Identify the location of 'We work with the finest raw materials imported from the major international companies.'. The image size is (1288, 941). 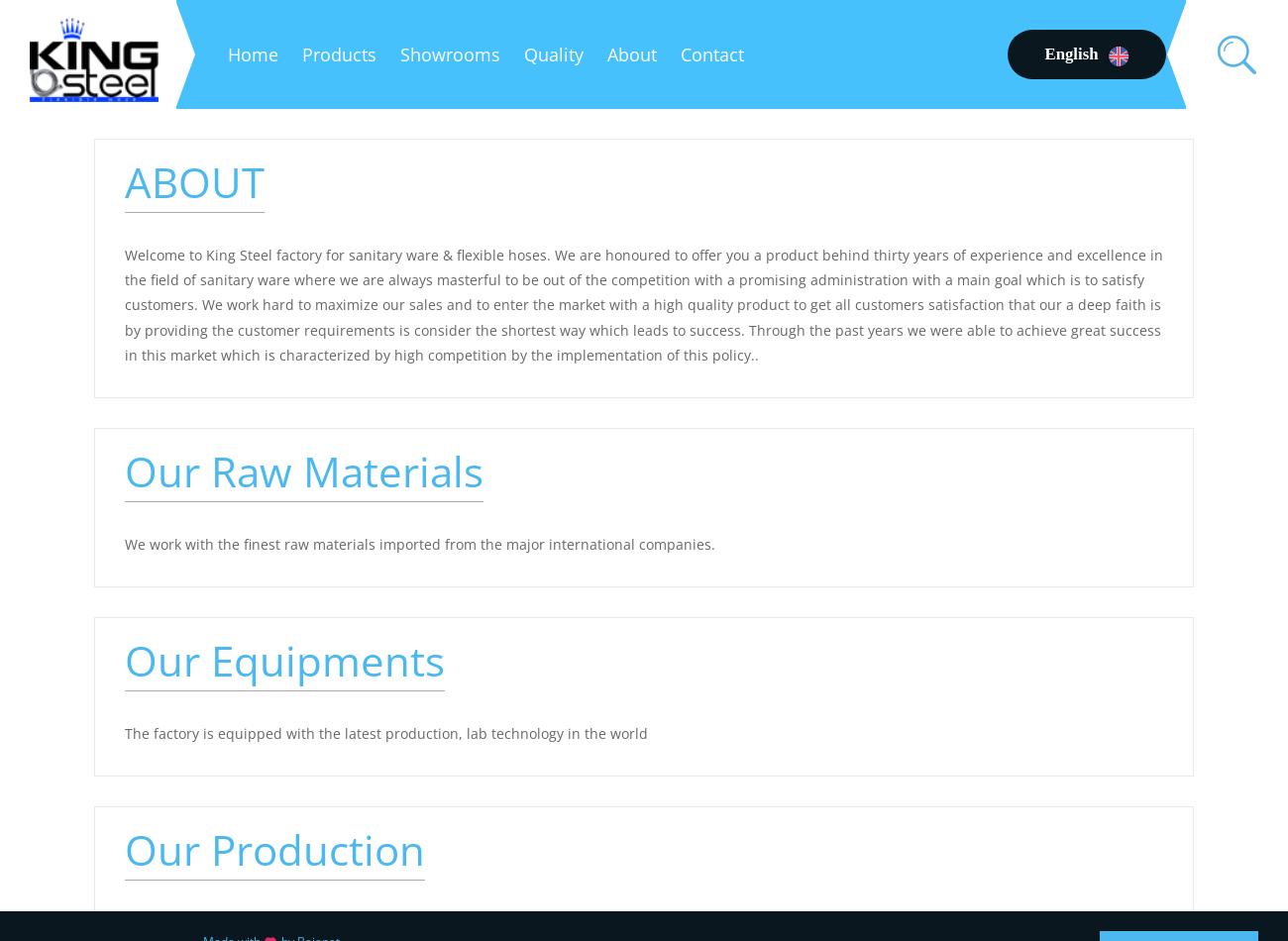
(123, 543).